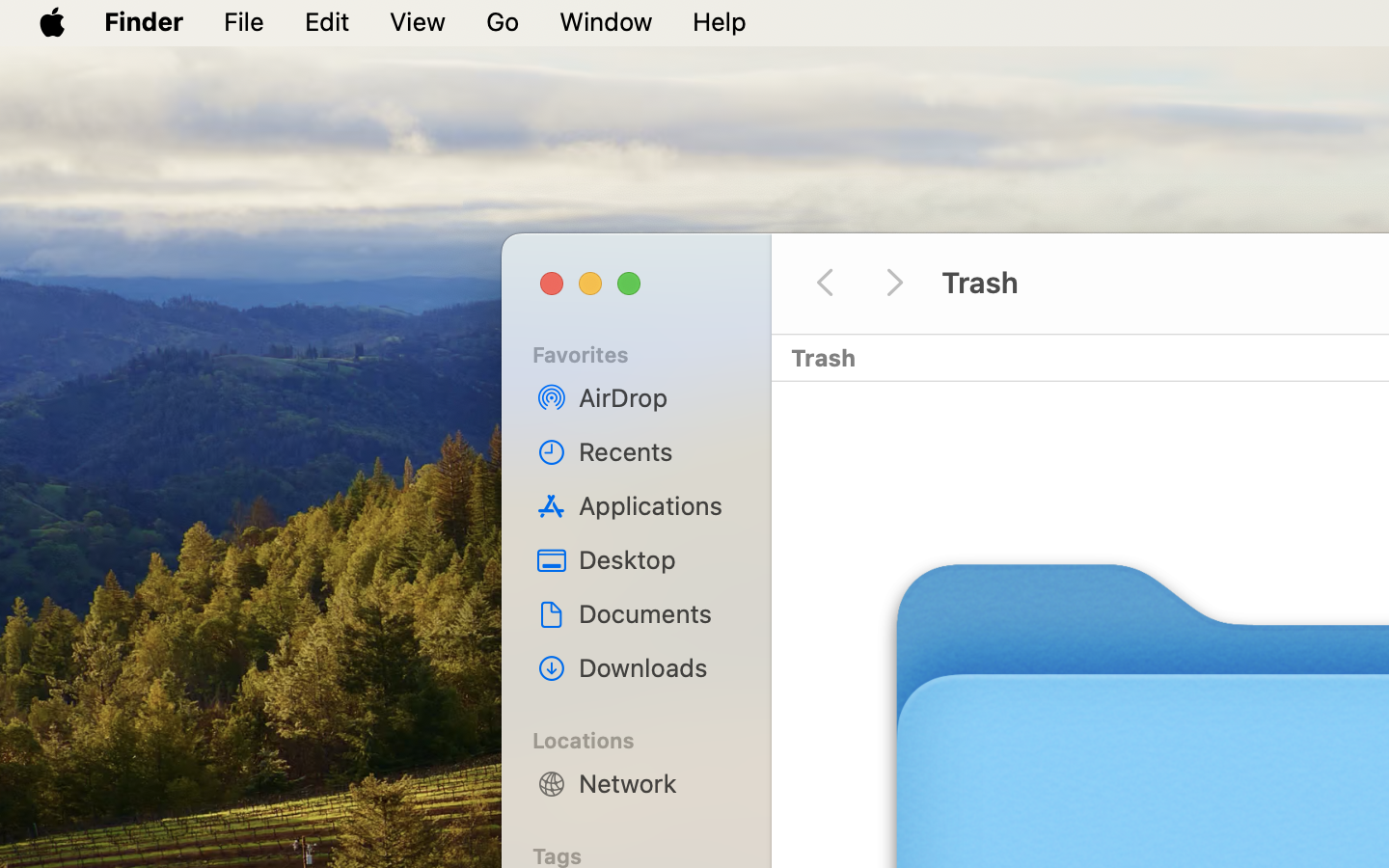  Describe the element at coordinates (656, 613) in the screenshot. I see `'Documents'` at that location.